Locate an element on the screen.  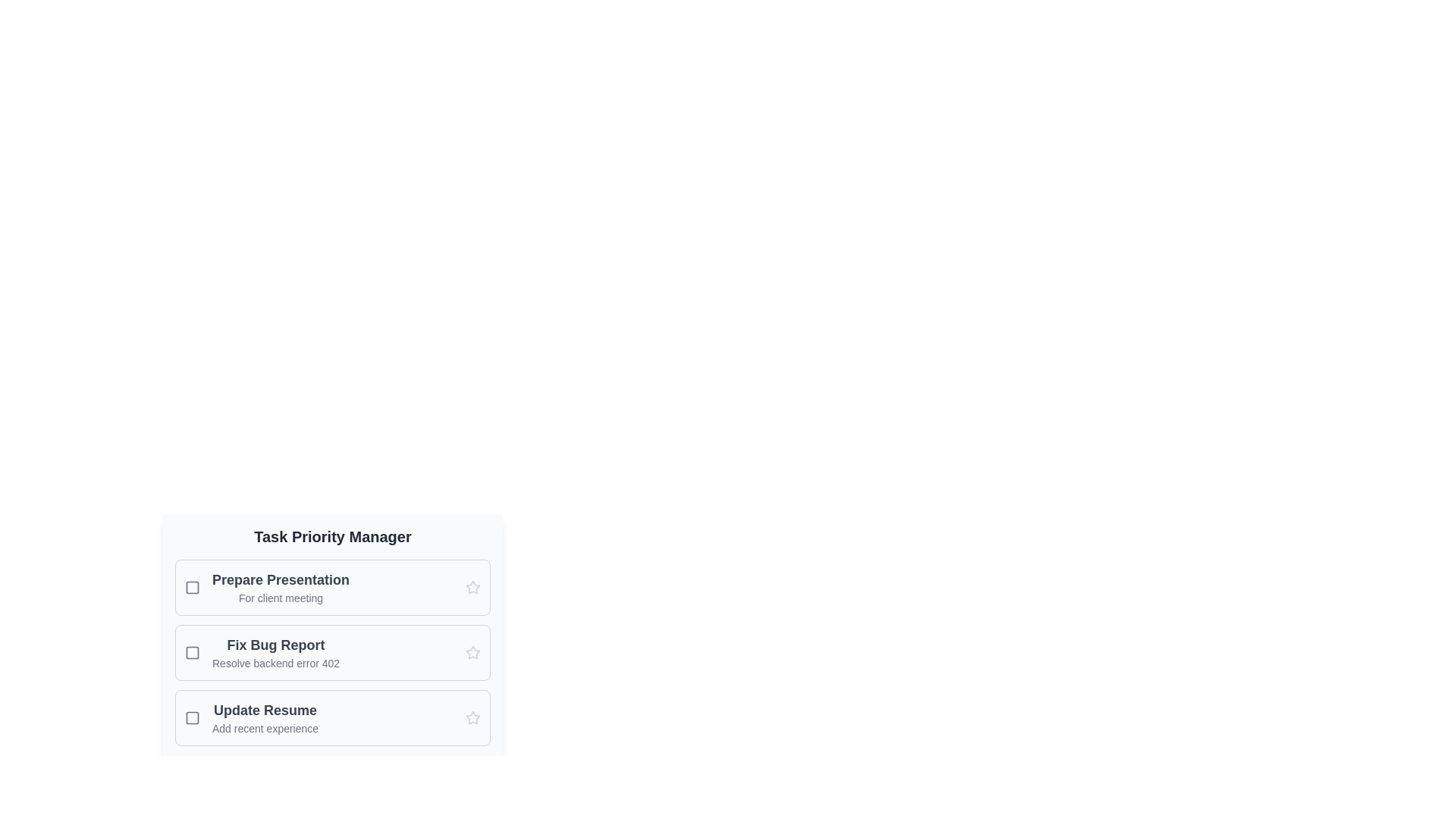
the square icon or checkbox placeholder associated with the task 'Prepare Presentation' to interact with it is located at coordinates (192, 587).